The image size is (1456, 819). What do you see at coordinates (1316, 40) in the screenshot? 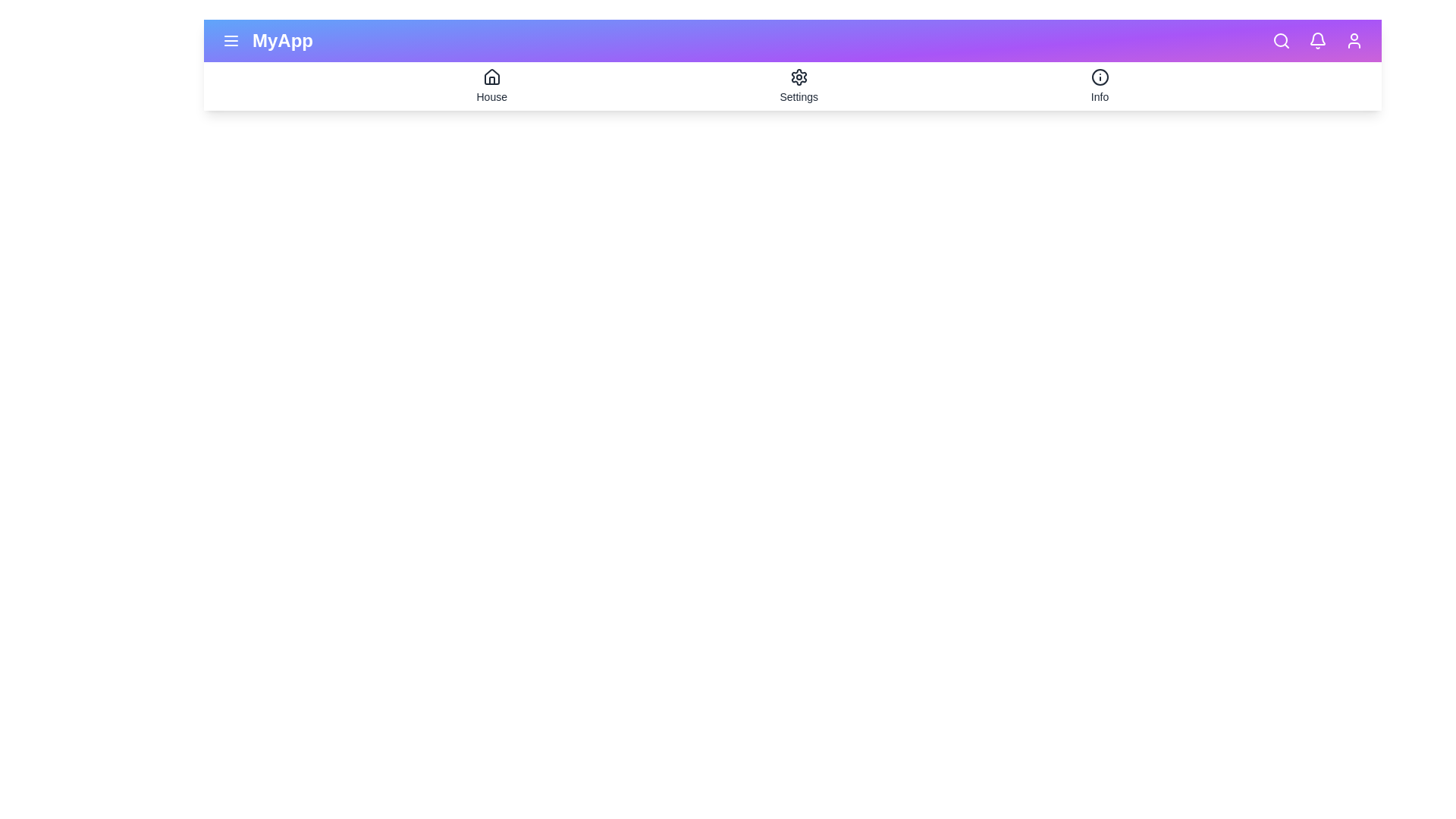
I see `the bell icon to view notifications` at bounding box center [1316, 40].